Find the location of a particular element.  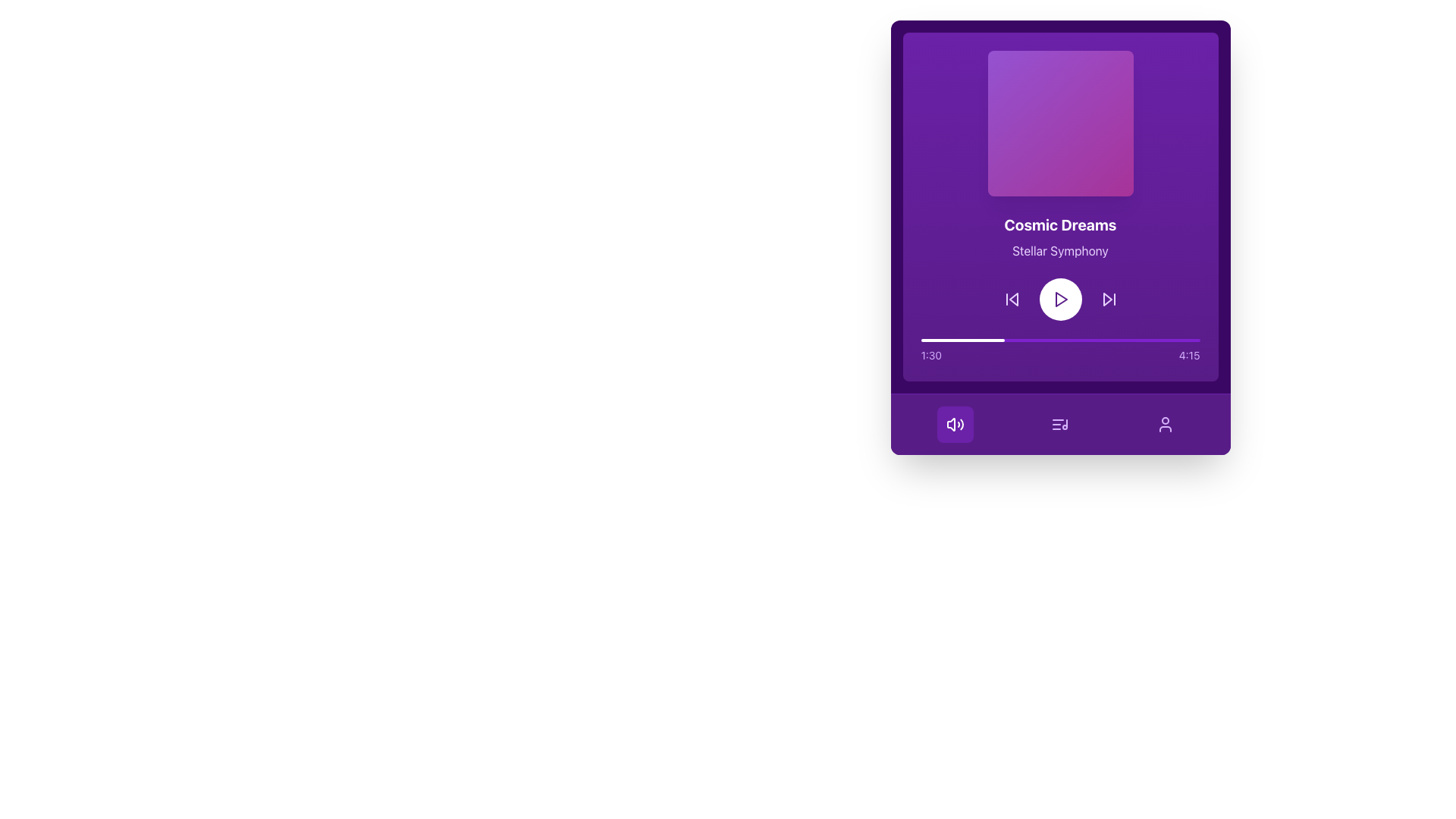

playback time is located at coordinates (1131, 339).